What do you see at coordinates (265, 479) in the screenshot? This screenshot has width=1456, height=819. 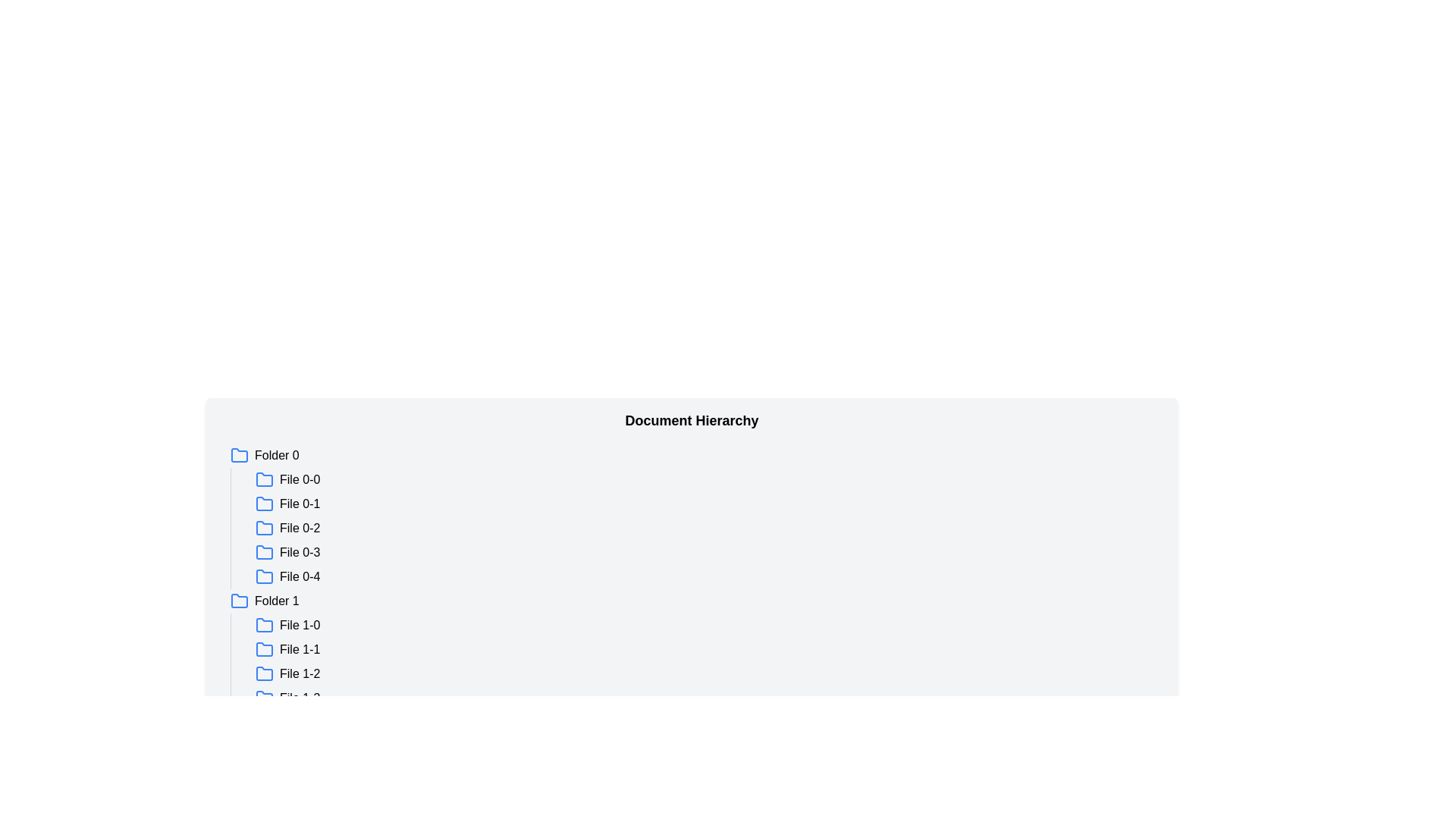 I see `the folder icon styled with a blue outline and a white inner area, which is positioned to the left of the text 'File 0-0'` at bounding box center [265, 479].